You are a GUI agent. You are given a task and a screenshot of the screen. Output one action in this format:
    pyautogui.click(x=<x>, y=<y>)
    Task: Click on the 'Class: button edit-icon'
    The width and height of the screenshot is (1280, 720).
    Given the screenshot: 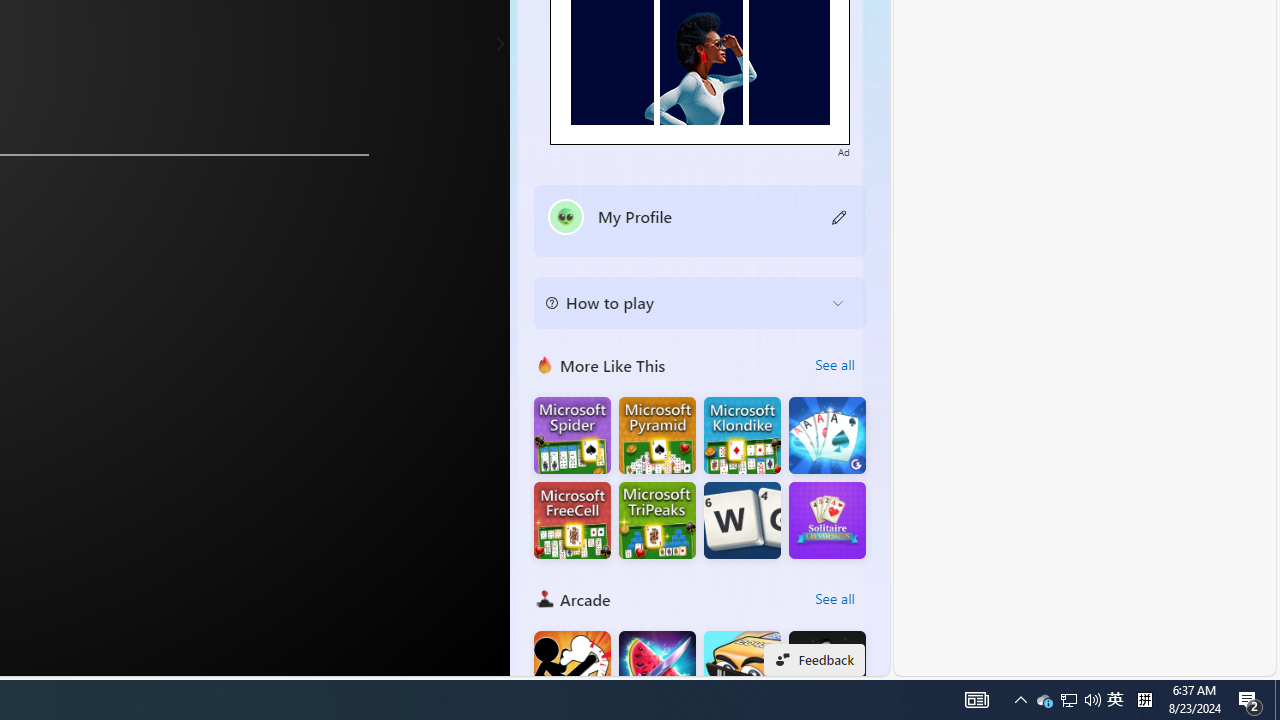 What is the action you would take?
    pyautogui.click(x=839, y=216)
    